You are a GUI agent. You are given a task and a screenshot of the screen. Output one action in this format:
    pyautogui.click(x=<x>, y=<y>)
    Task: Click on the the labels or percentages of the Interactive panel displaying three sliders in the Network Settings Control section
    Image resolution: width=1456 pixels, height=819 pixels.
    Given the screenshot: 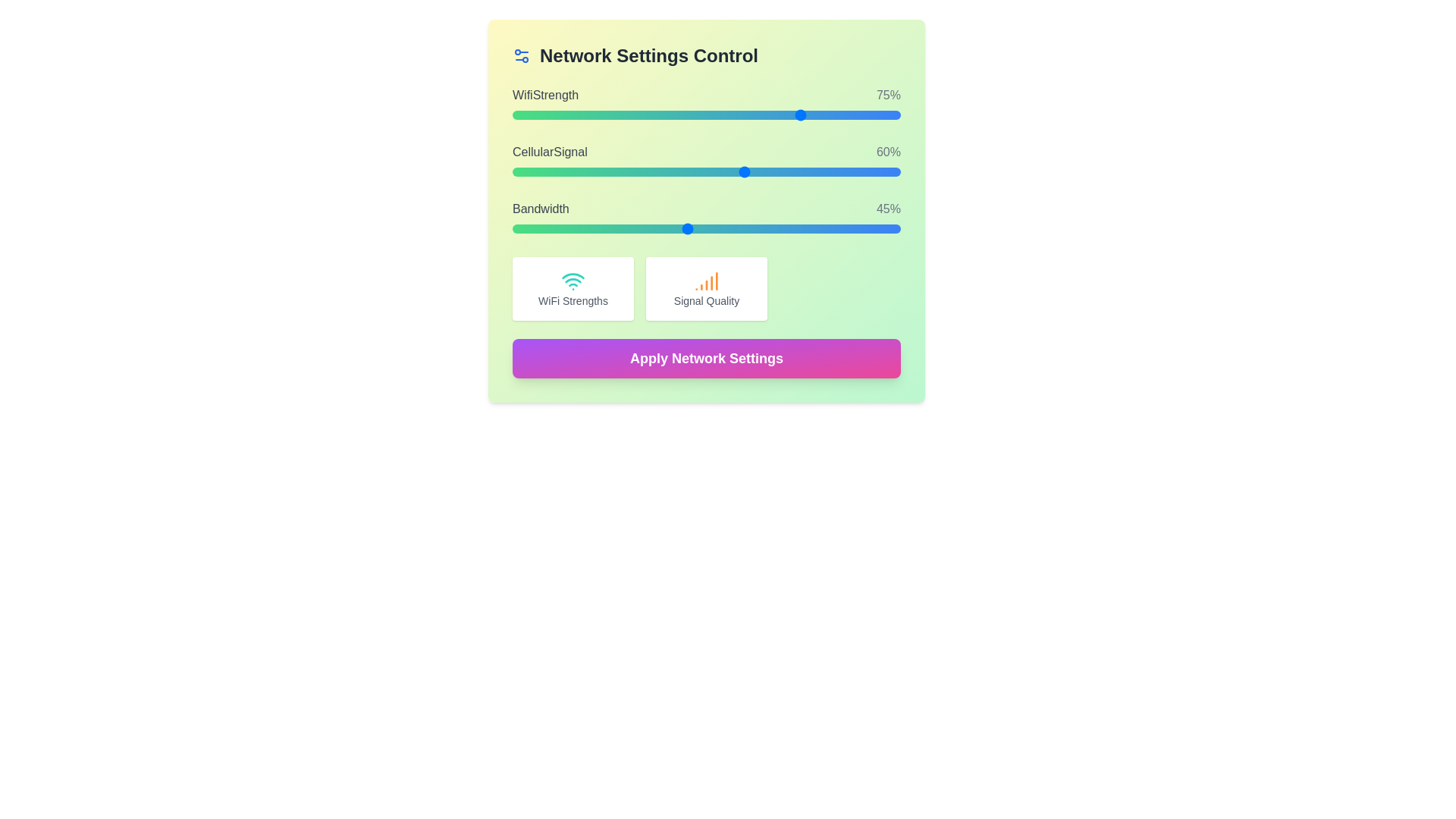 What is the action you would take?
    pyautogui.click(x=705, y=162)
    